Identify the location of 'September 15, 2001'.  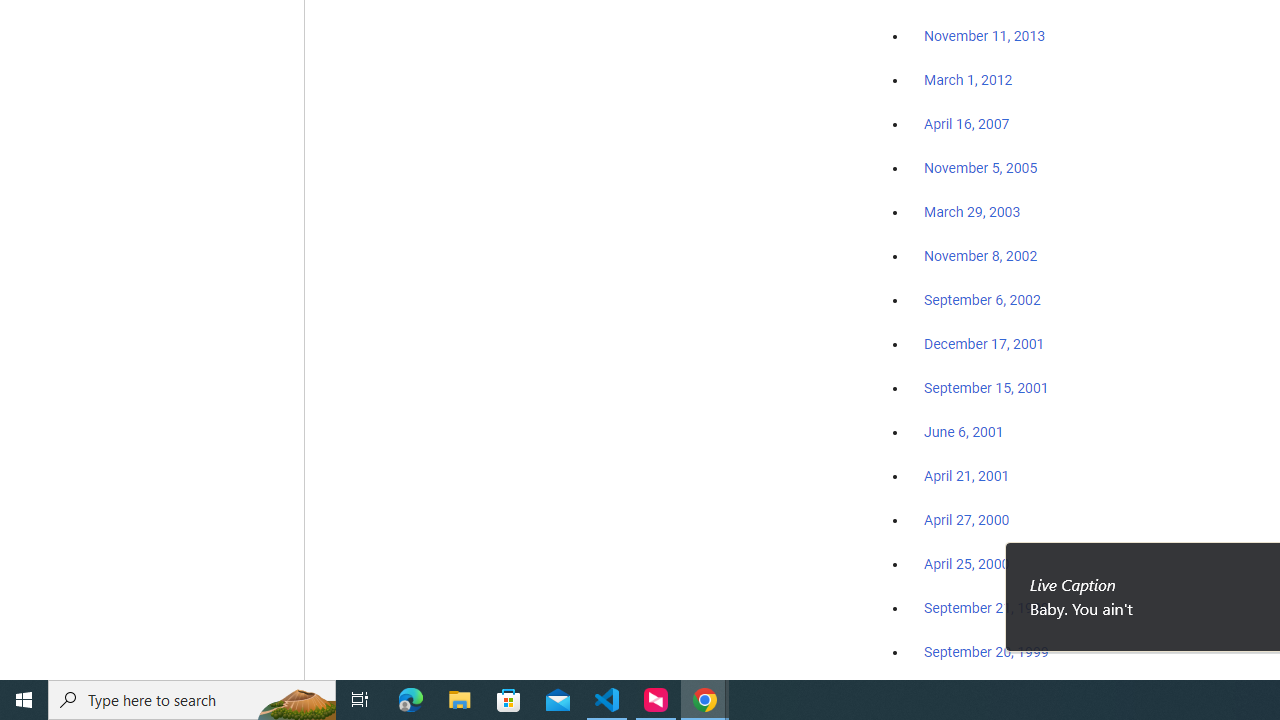
(986, 387).